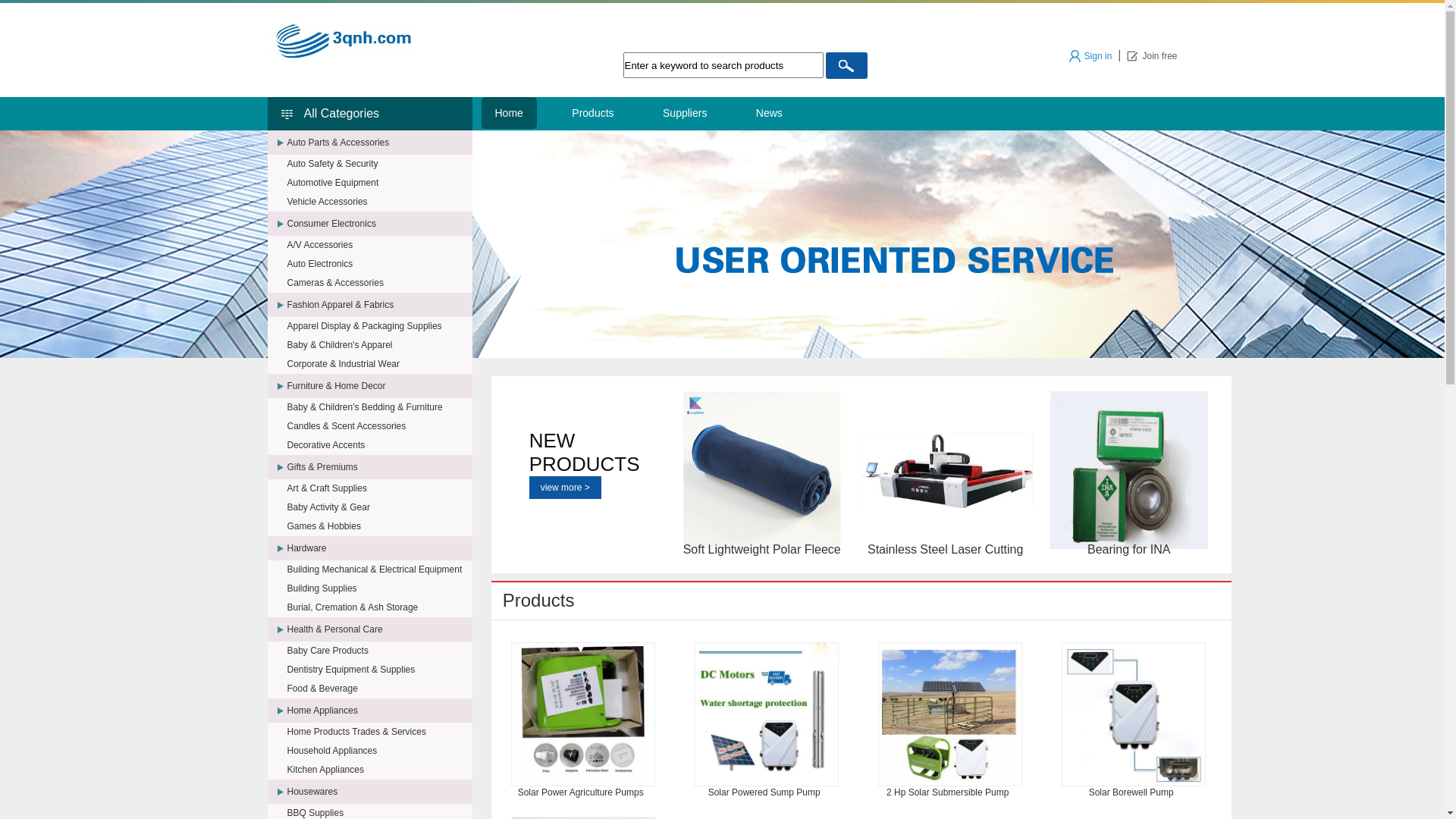 This screenshot has width=1456, height=819. What do you see at coordinates (378, 526) in the screenshot?
I see `'Games & Hobbies'` at bounding box center [378, 526].